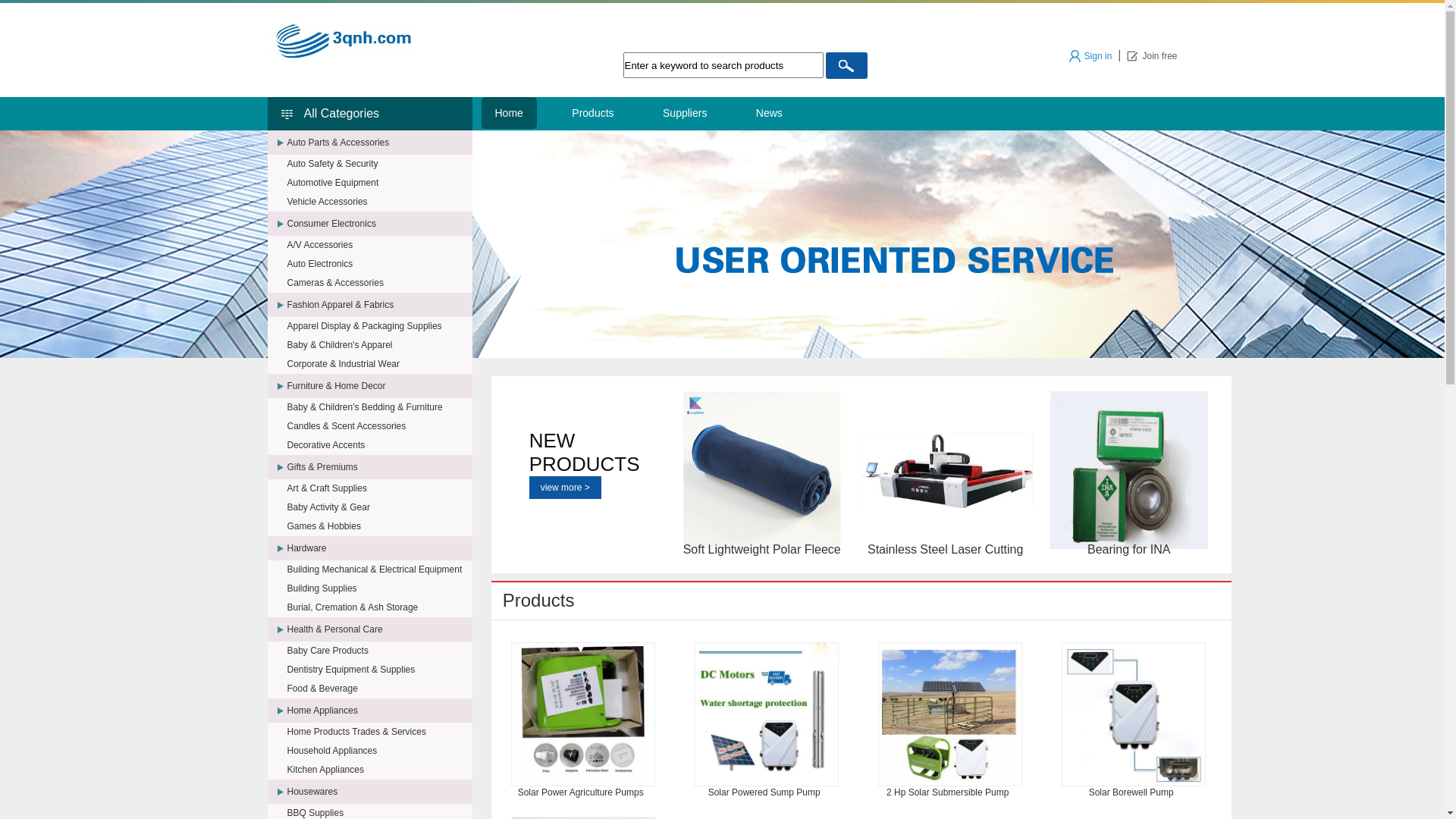 This screenshot has width=1456, height=819. What do you see at coordinates (378, 526) in the screenshot?
I see `'Games & Hobbies'` at bounding box center [378, 526].